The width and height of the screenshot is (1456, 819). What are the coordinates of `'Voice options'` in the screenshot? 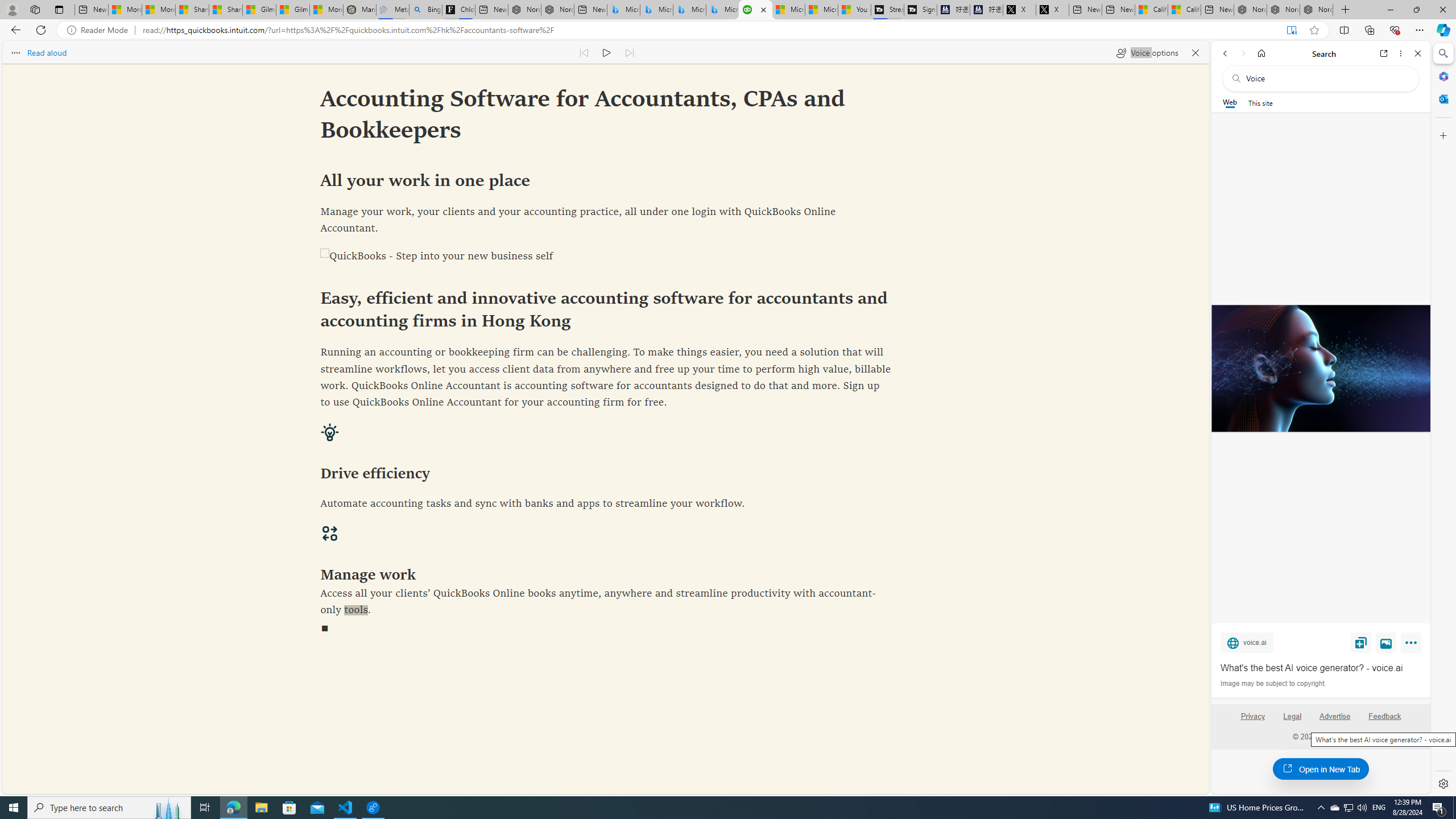 It's located at (1146, 52).